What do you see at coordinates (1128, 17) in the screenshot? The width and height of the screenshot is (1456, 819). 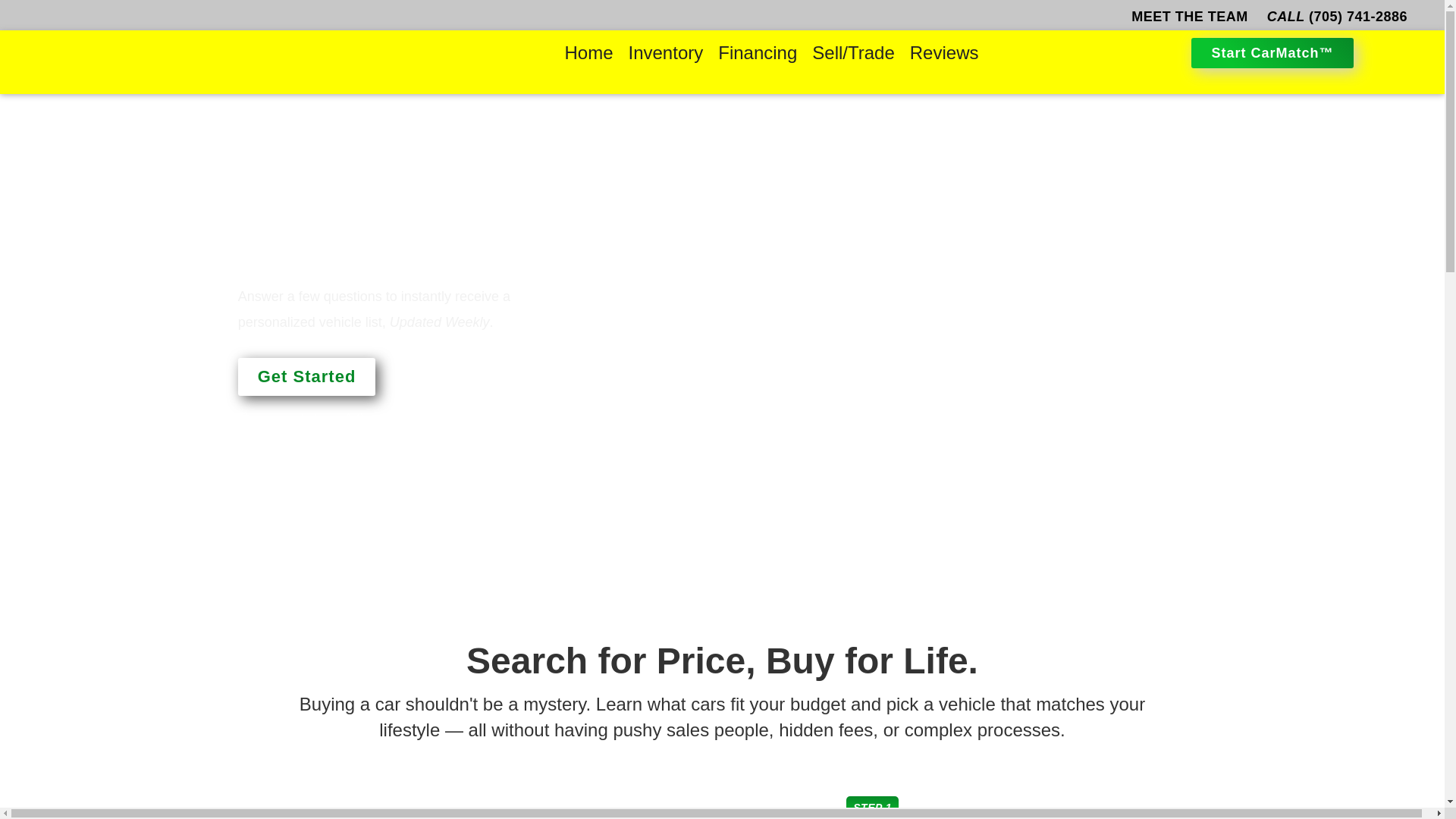 I see `'MEET THE TEAM'` at bounding box center [1128, 17].